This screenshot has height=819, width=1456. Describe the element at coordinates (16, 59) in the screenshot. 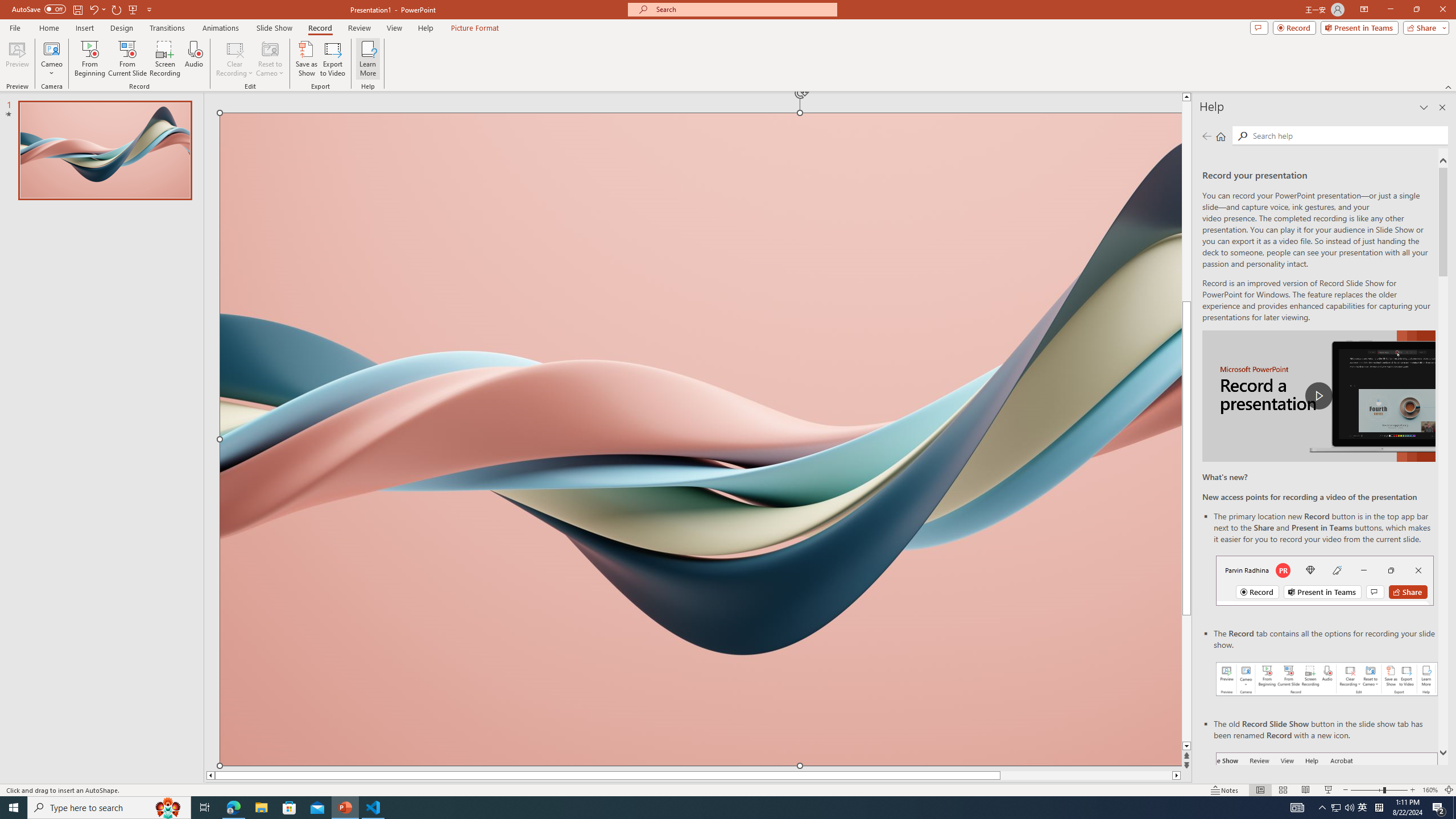

I see `'Preview'` at that location.